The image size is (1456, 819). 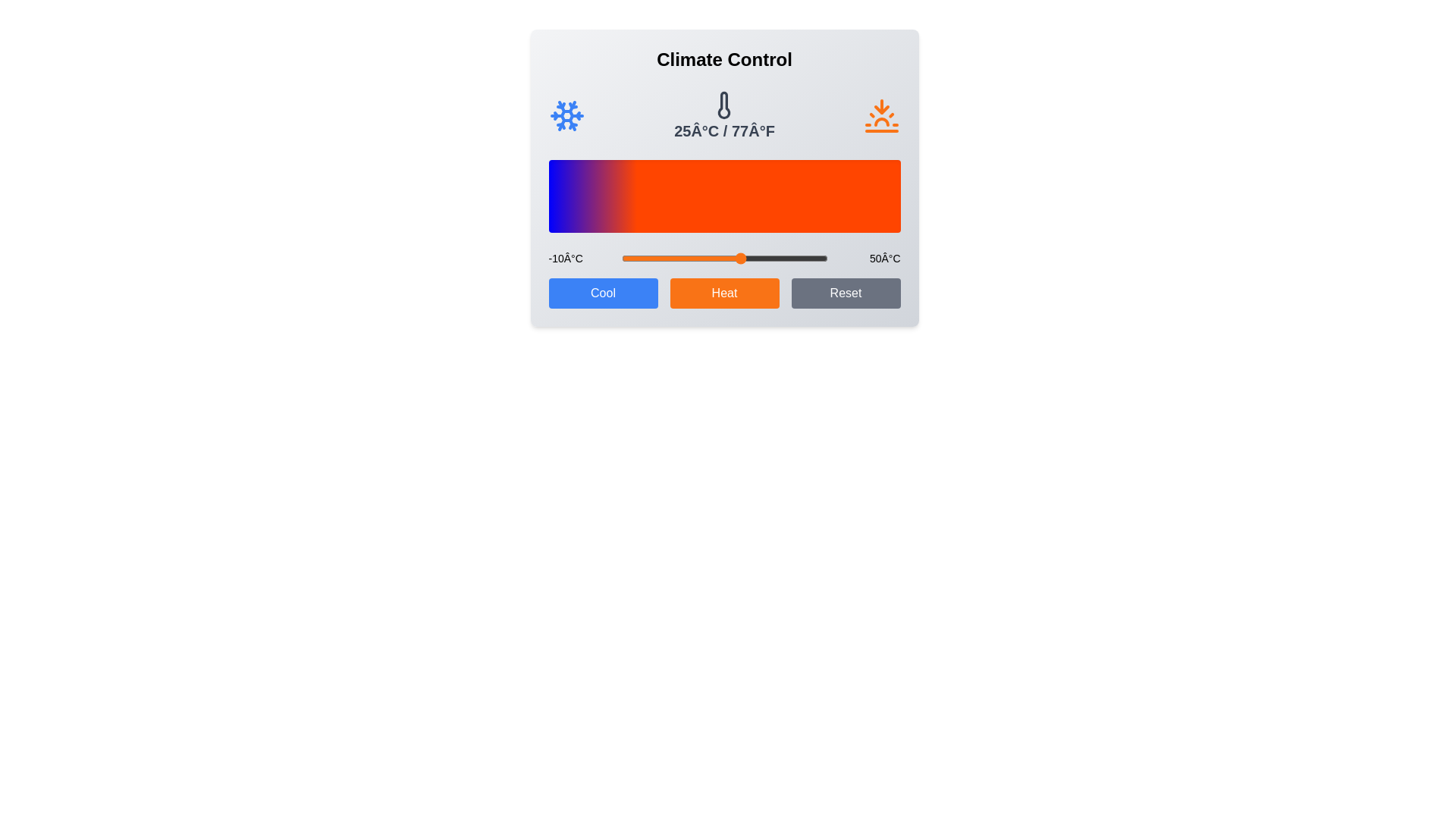 What do you see at coordinates (720, 257) in the screenshot?
I see `the temperature slider to 19 degrees Celsius` at bounding box center [720, 257].